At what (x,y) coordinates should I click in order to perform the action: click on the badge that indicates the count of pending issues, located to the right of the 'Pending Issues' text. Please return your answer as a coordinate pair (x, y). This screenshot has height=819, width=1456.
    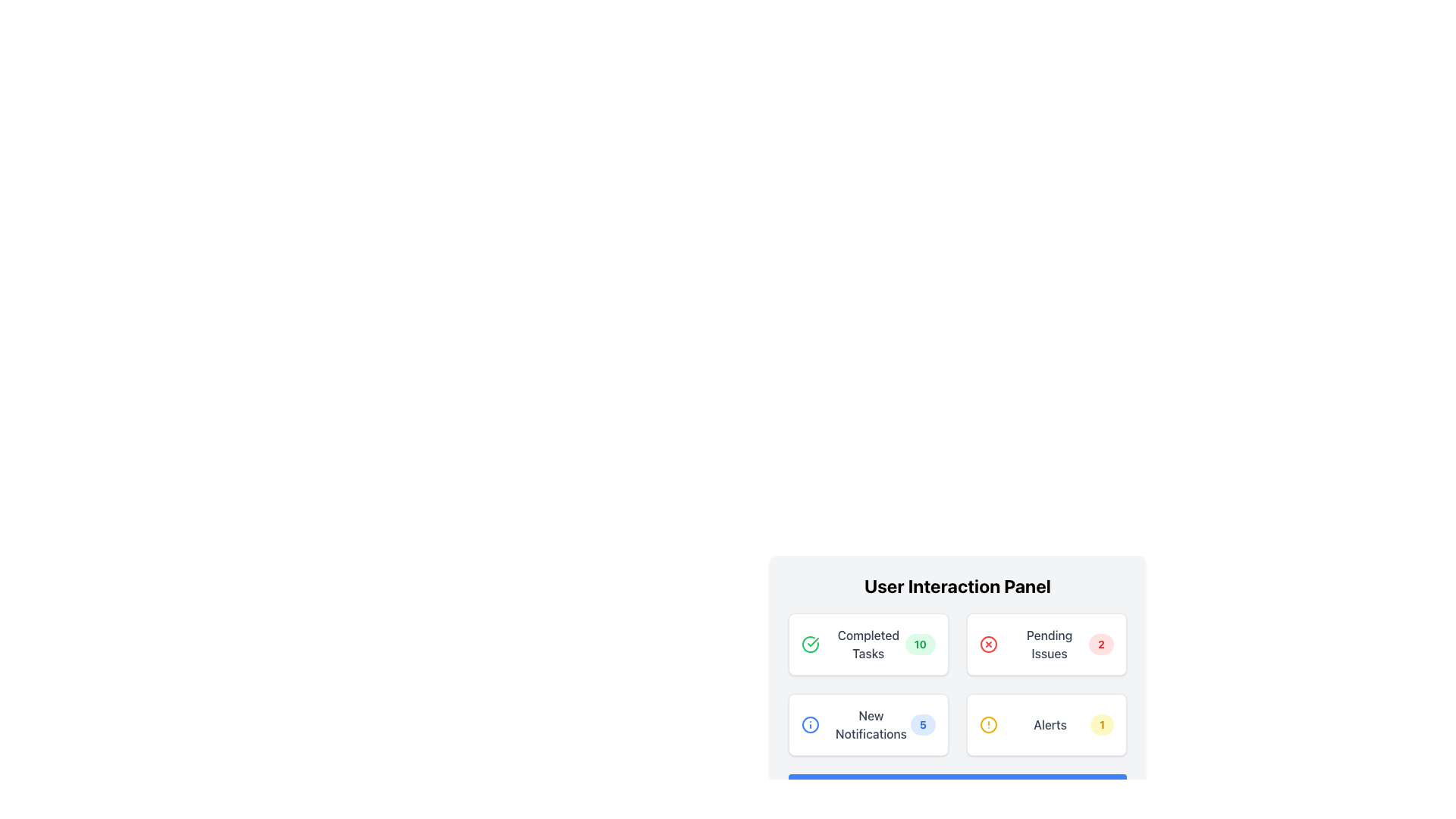
    Looking at the image, I should click on (1101, 644).